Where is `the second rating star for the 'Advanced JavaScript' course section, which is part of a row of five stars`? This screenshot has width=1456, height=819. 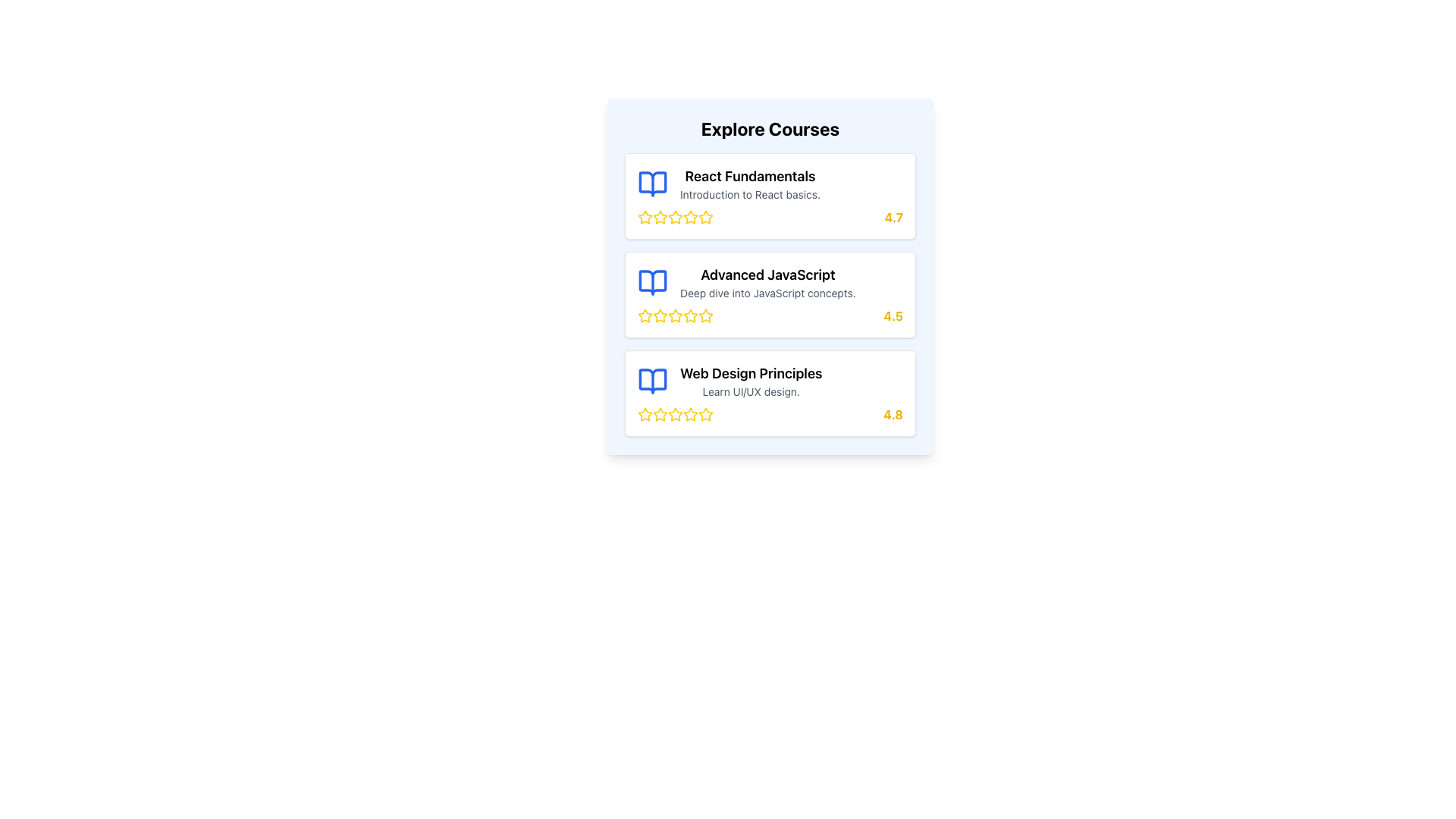 the second rating star for the 'Advanced JavaScript' course section, which is part of a row of five stars is located at coordinates (675, 315).